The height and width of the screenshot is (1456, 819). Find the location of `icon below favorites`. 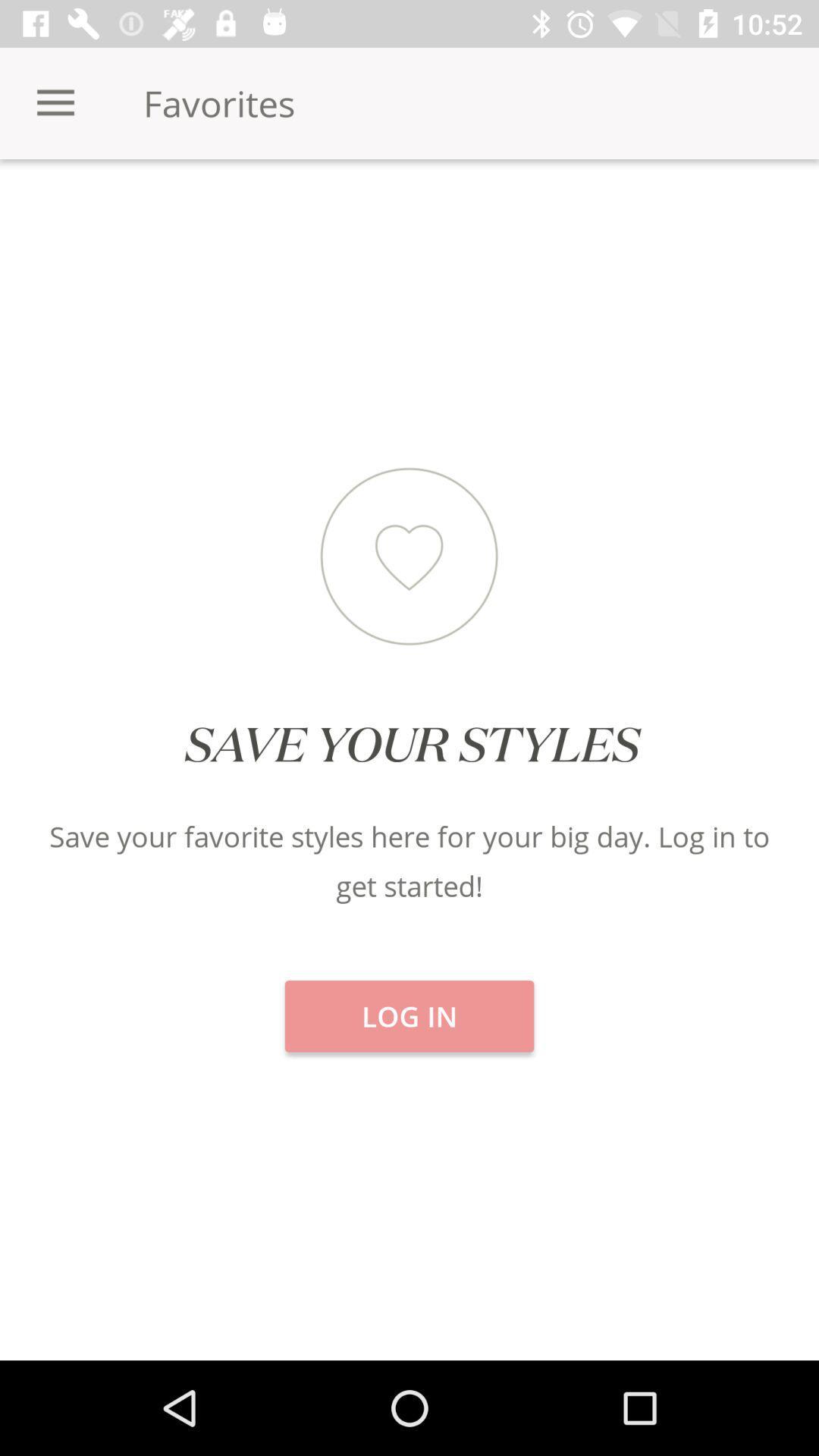

icon below favorites is located at coordinates (136, 212).